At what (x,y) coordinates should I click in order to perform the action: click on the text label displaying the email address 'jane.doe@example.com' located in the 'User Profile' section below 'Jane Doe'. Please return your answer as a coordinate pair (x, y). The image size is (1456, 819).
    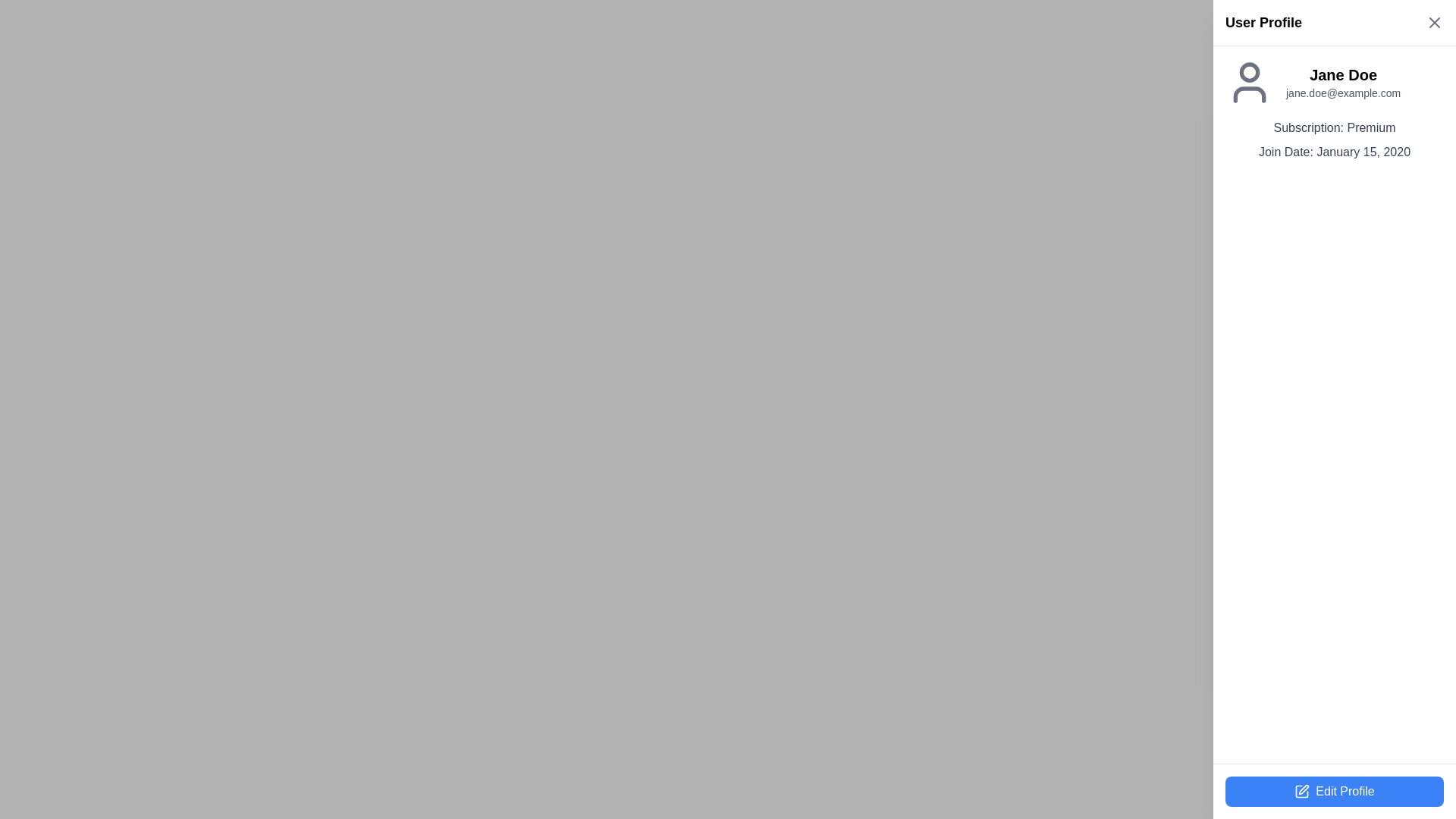
    Looking at the image, I should click on (1343, 93).